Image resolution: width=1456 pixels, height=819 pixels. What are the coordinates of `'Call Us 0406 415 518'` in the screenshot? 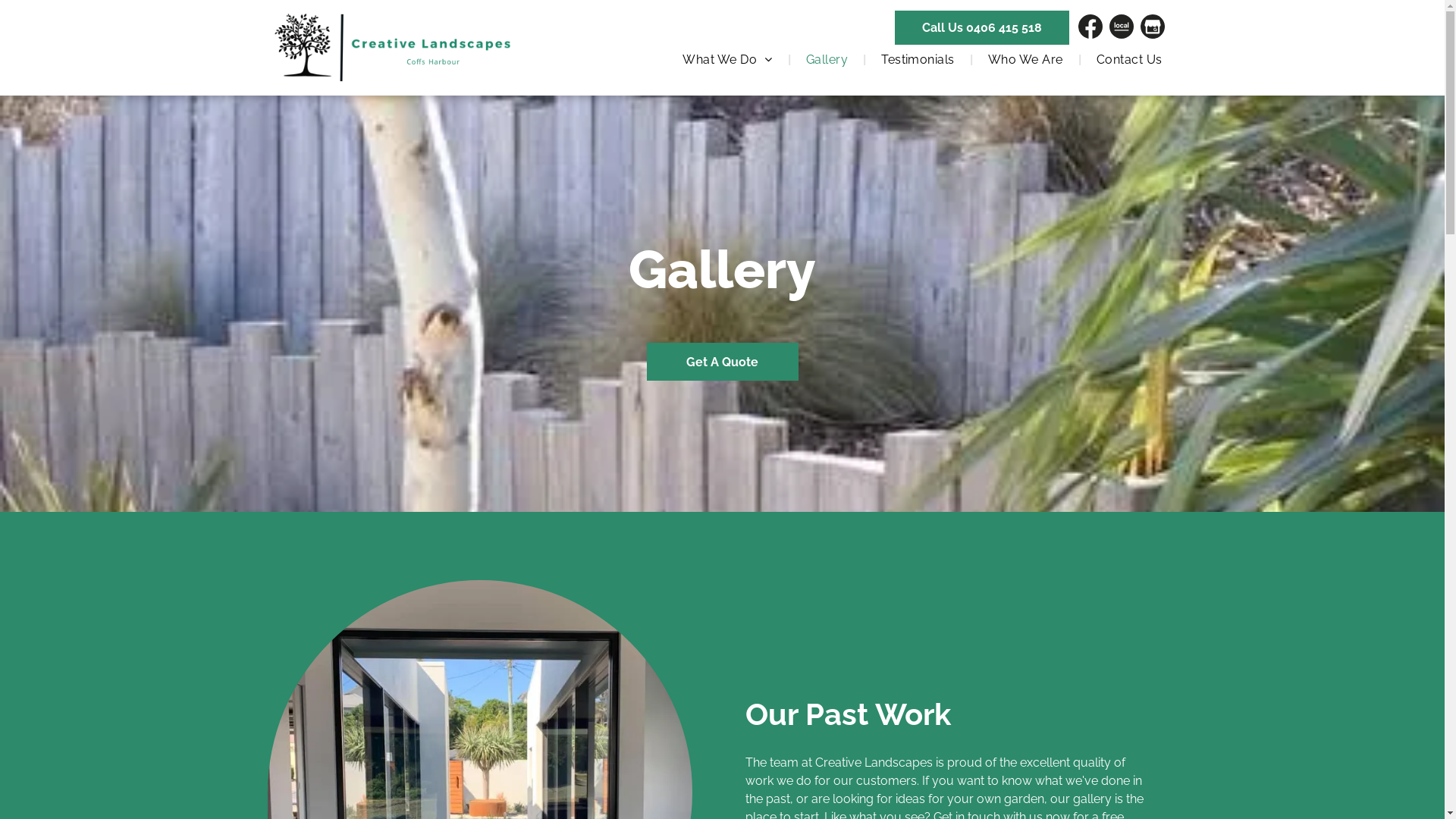 It's located at (982, 27).